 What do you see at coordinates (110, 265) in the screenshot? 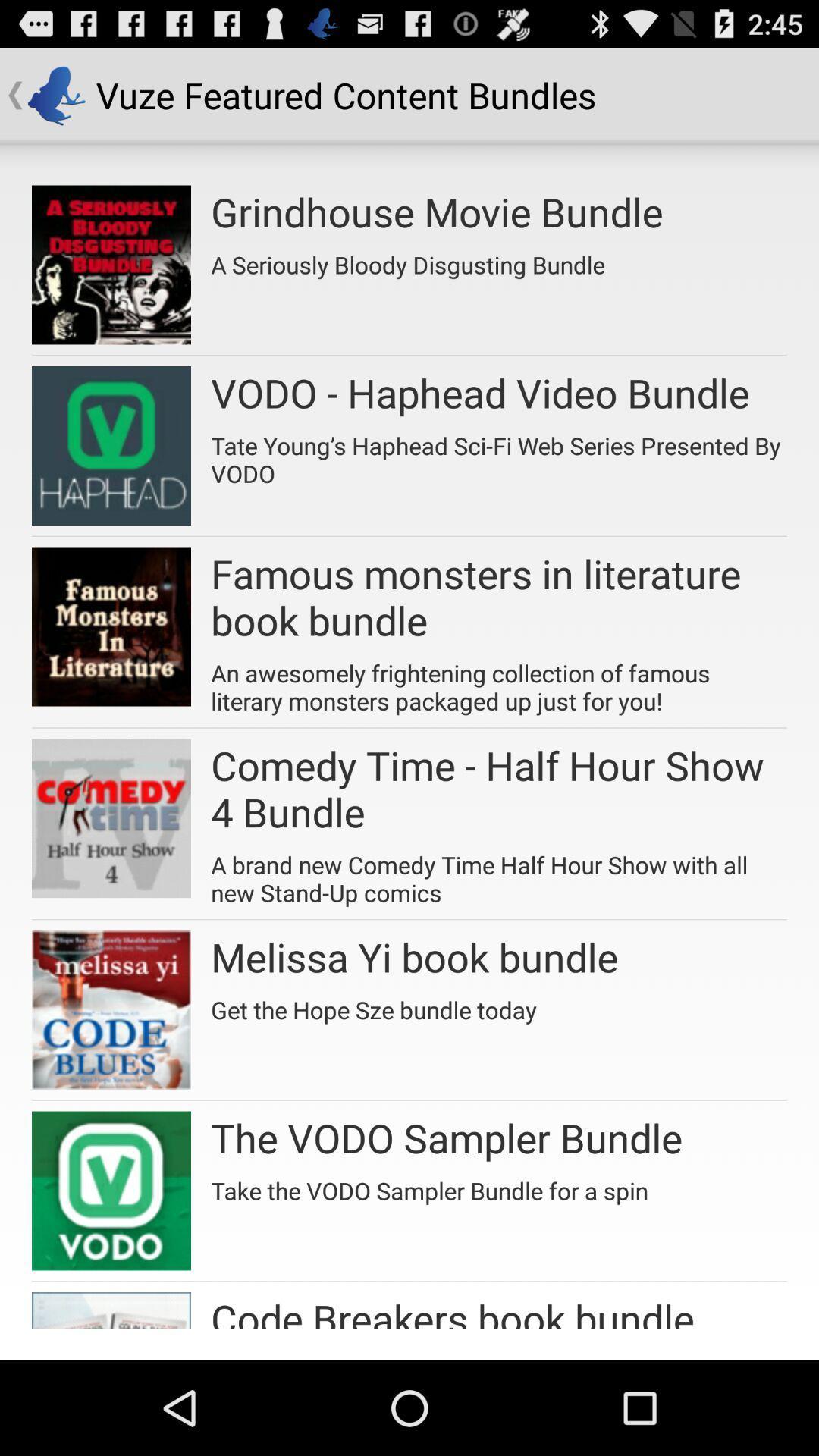
I see `first image in the list` at bounding box center [110, 265].